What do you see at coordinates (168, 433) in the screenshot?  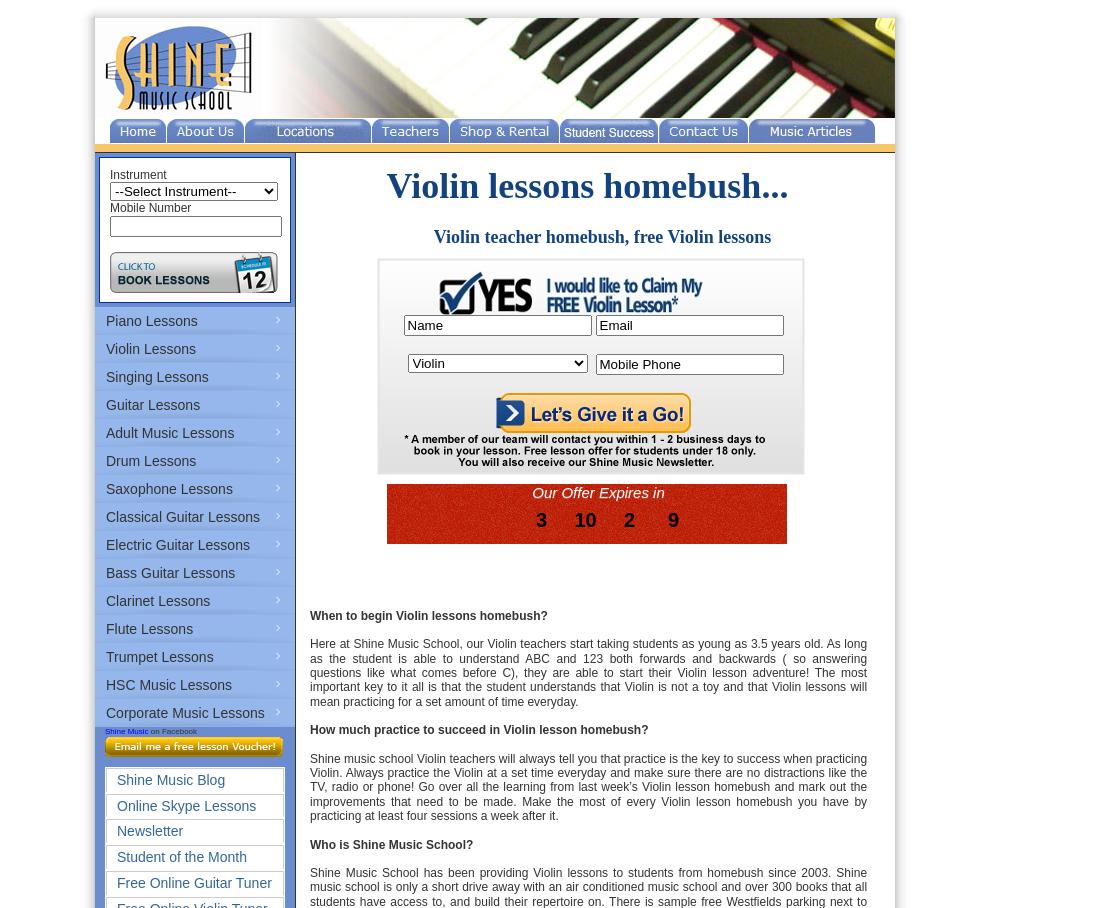 I see `'Adult Music Lessons'` at bounding box center [168, 433].